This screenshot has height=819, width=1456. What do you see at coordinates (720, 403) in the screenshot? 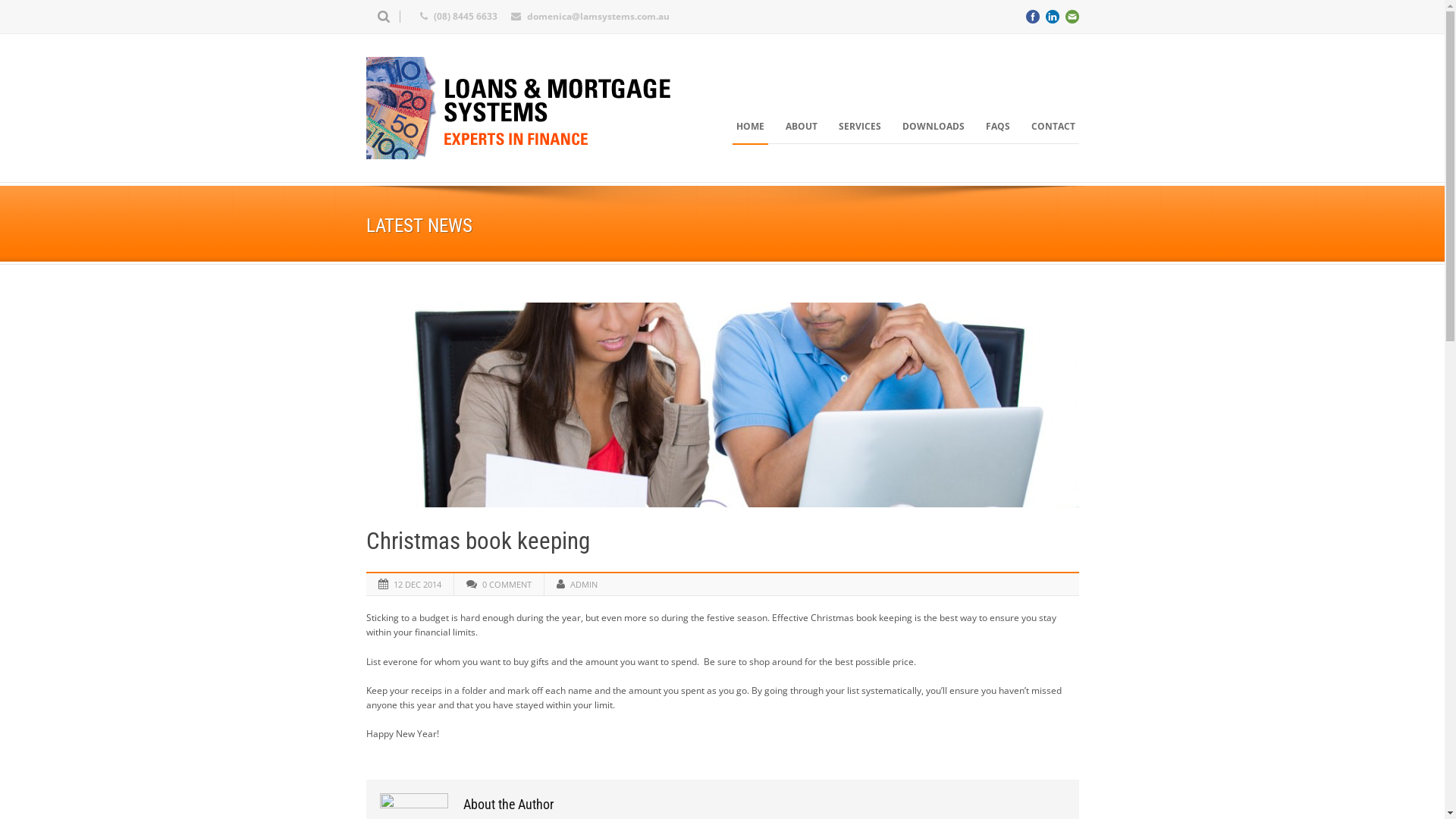
I see `'Christmas book keeping'` at bounding box center [720, 403].